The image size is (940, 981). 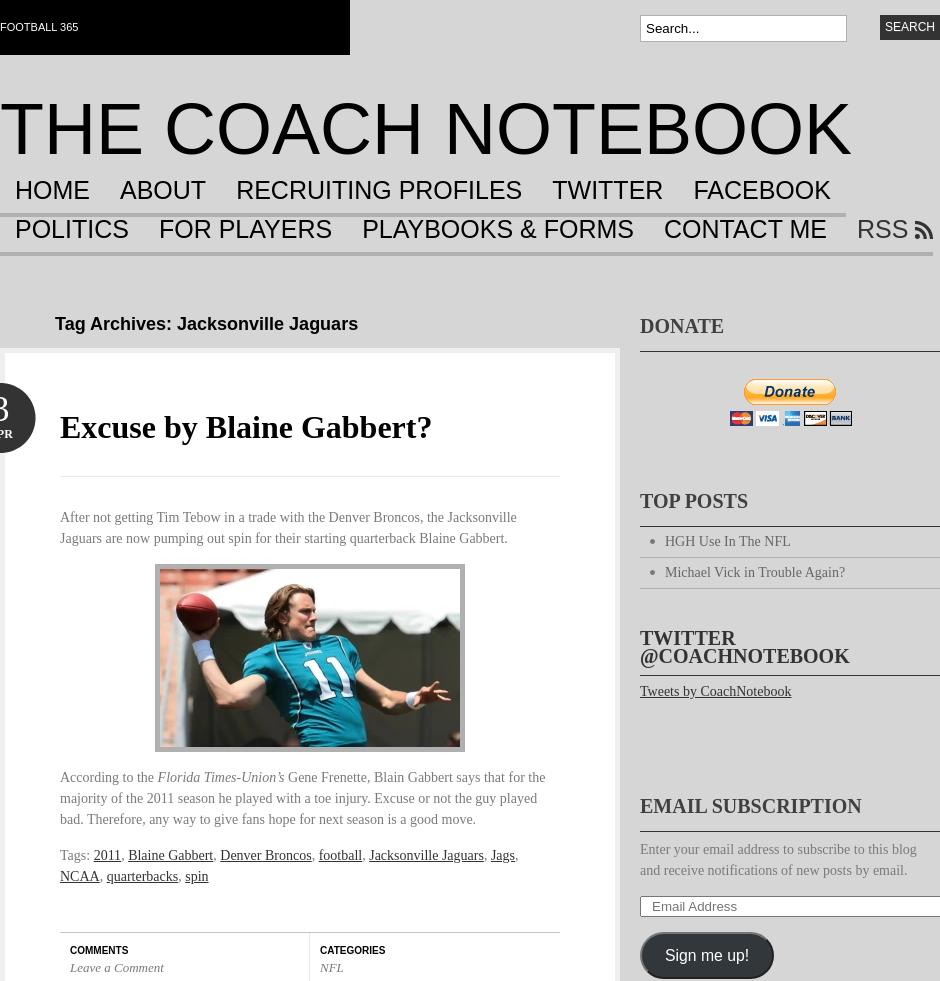 I want to click on 'Excuse by Blaine Gabbert?', so click(x=245, y=426).